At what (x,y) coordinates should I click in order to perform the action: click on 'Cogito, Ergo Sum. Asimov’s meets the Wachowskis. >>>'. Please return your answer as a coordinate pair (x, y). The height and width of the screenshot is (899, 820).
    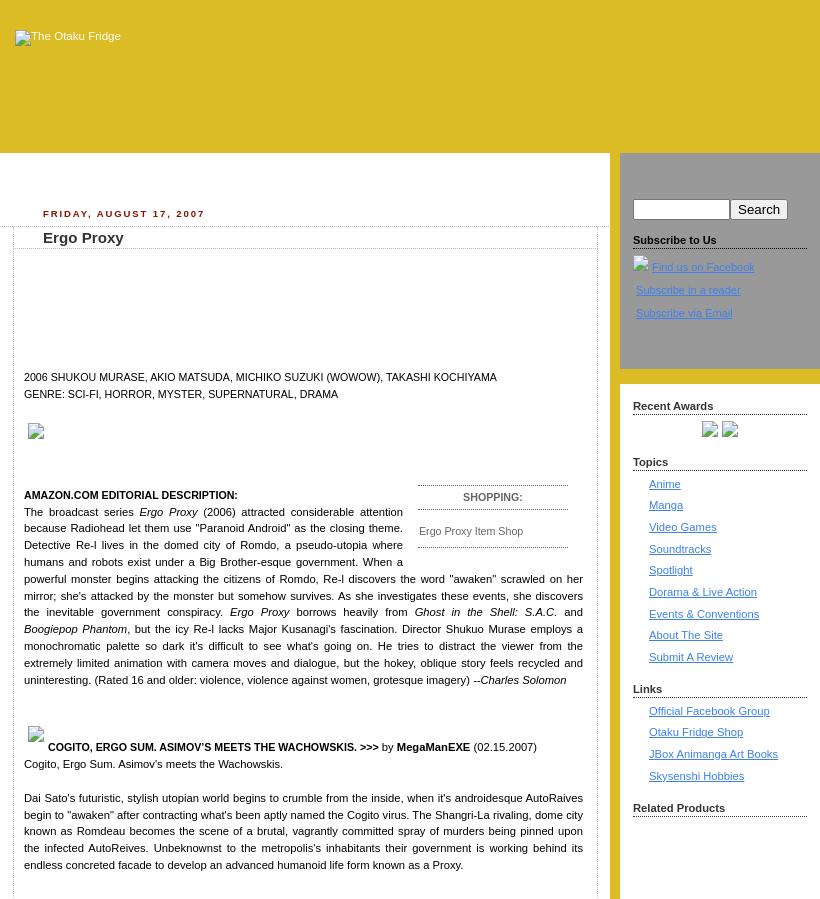
    Looking at the image, I should click on (212, 745).